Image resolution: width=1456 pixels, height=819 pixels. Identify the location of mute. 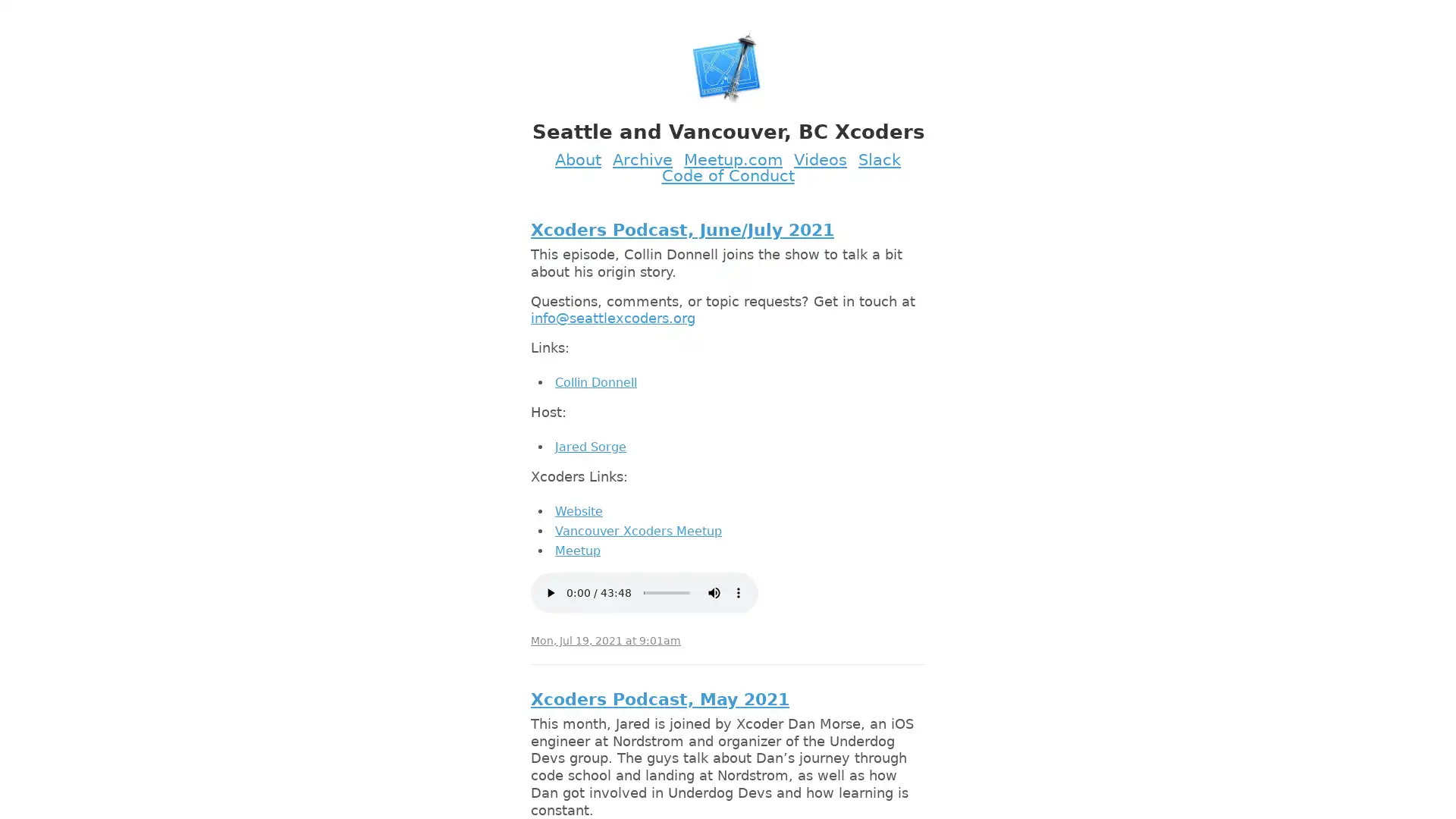
(713, 591).